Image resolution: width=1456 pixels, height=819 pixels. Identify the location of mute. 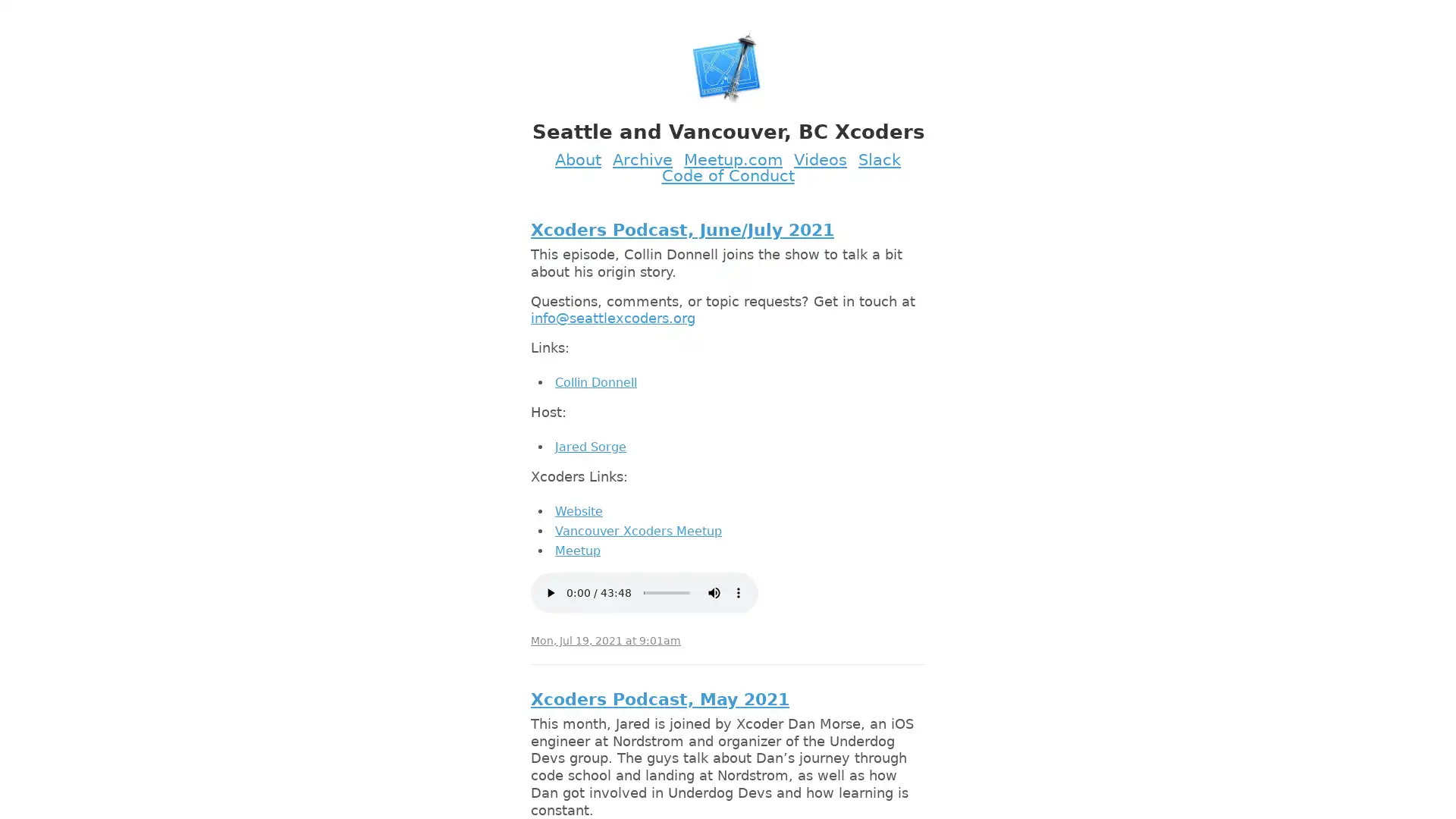
(713, 591).